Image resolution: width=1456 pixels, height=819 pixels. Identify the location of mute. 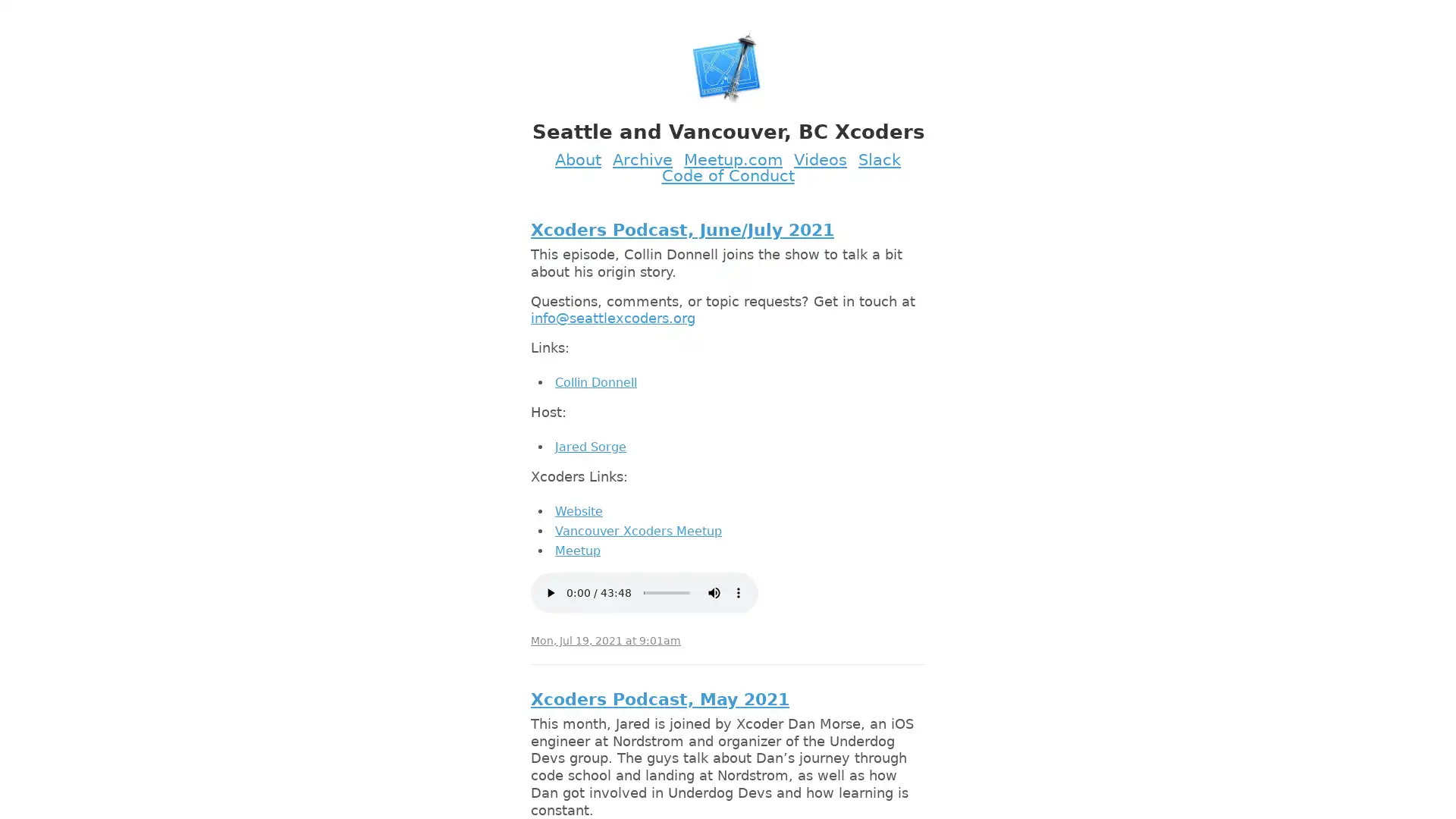
(713, 591).